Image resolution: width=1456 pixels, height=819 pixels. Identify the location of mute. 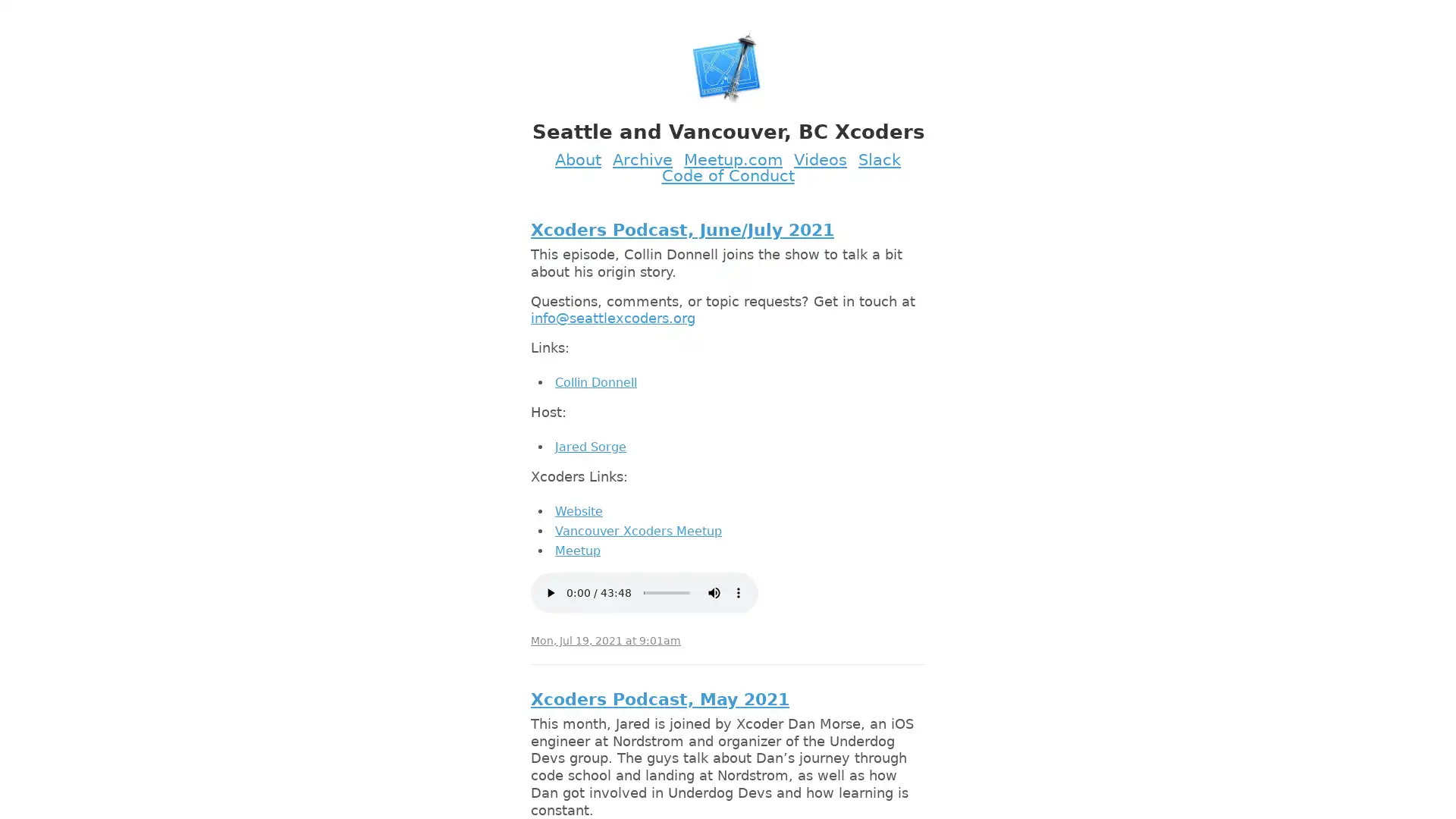
(713, 591).